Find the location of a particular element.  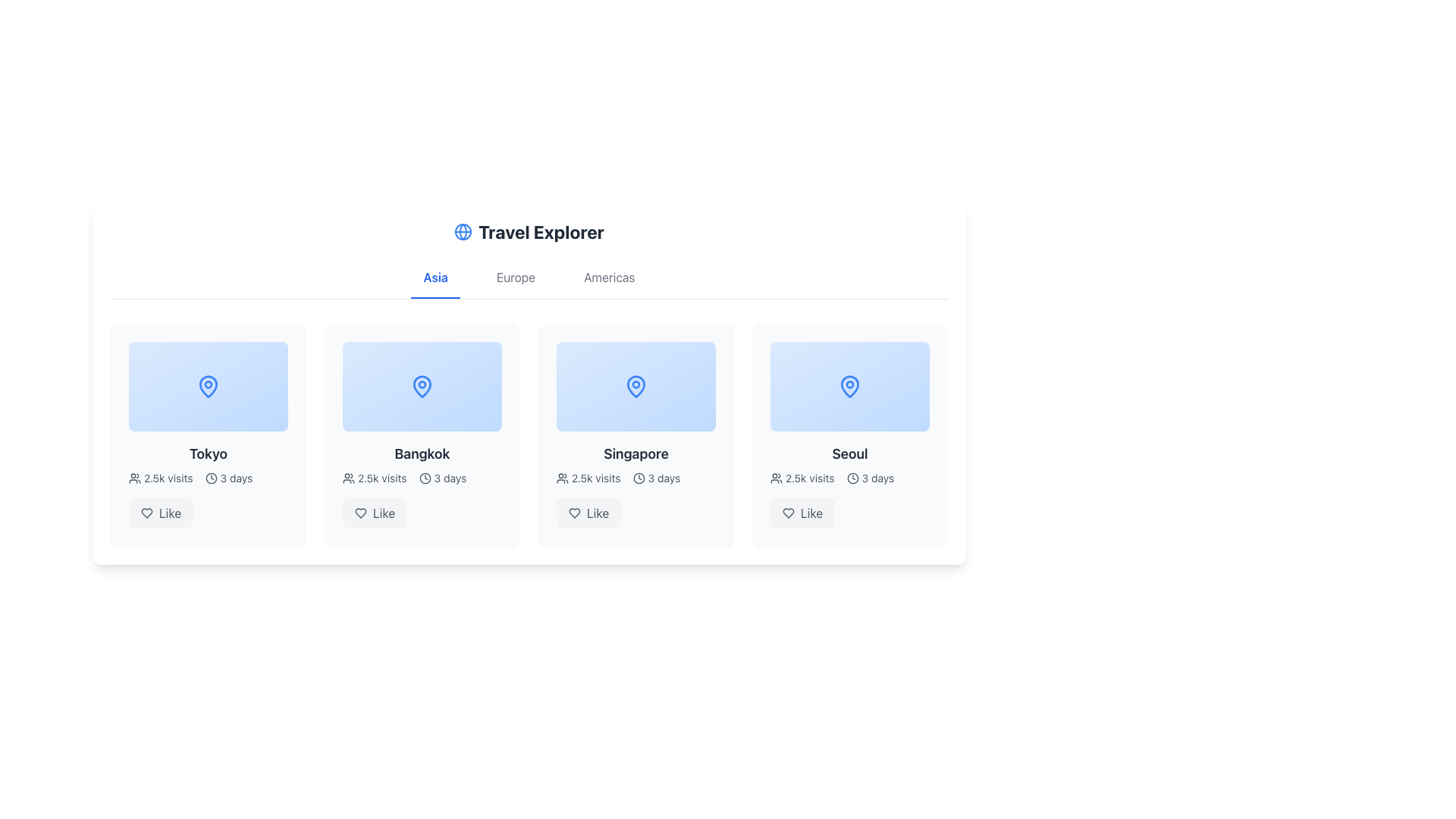

the static text label displaying '3 days', located under the title 'Tokyo', right of the clock icon is located at coordinates (236, 479).